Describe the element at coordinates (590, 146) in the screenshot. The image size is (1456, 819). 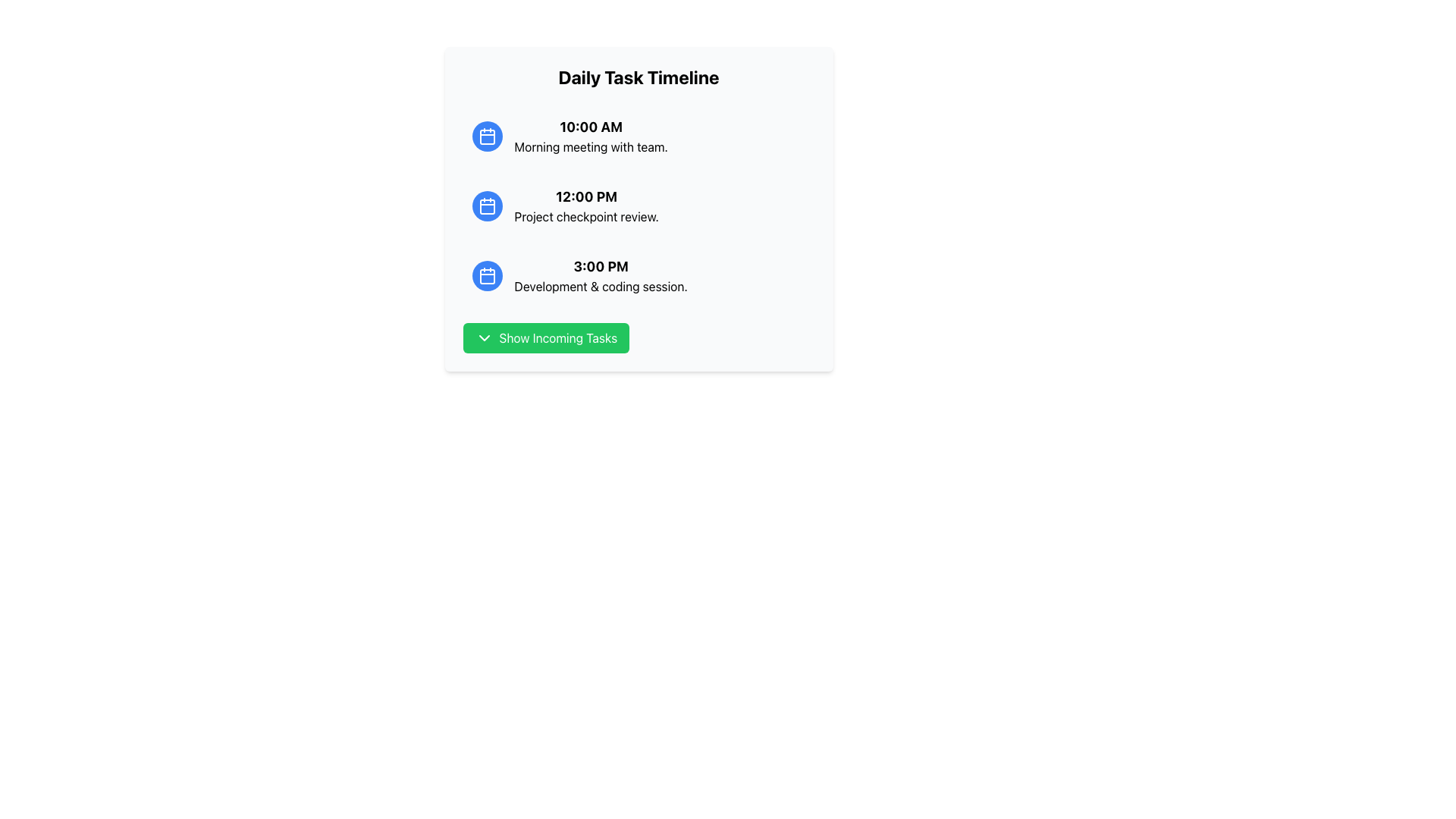
I see `the static text element that describes a scheduled event in the timeline, located directly below the '10:00 AM' timestamp` at that location.